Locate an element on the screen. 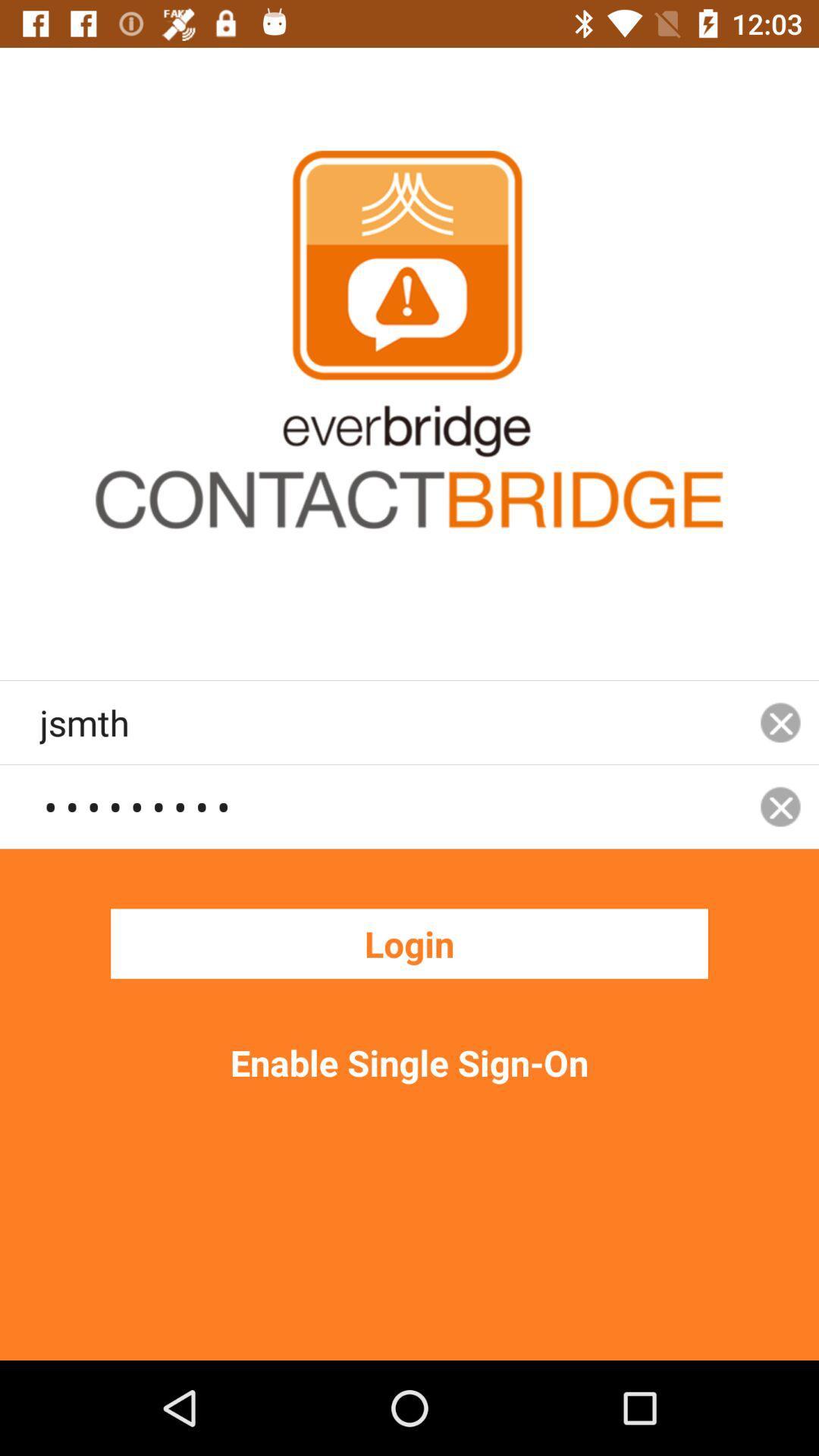 This screenshot has height=1456, width=819. the login item is located at coordinates (409, 943).